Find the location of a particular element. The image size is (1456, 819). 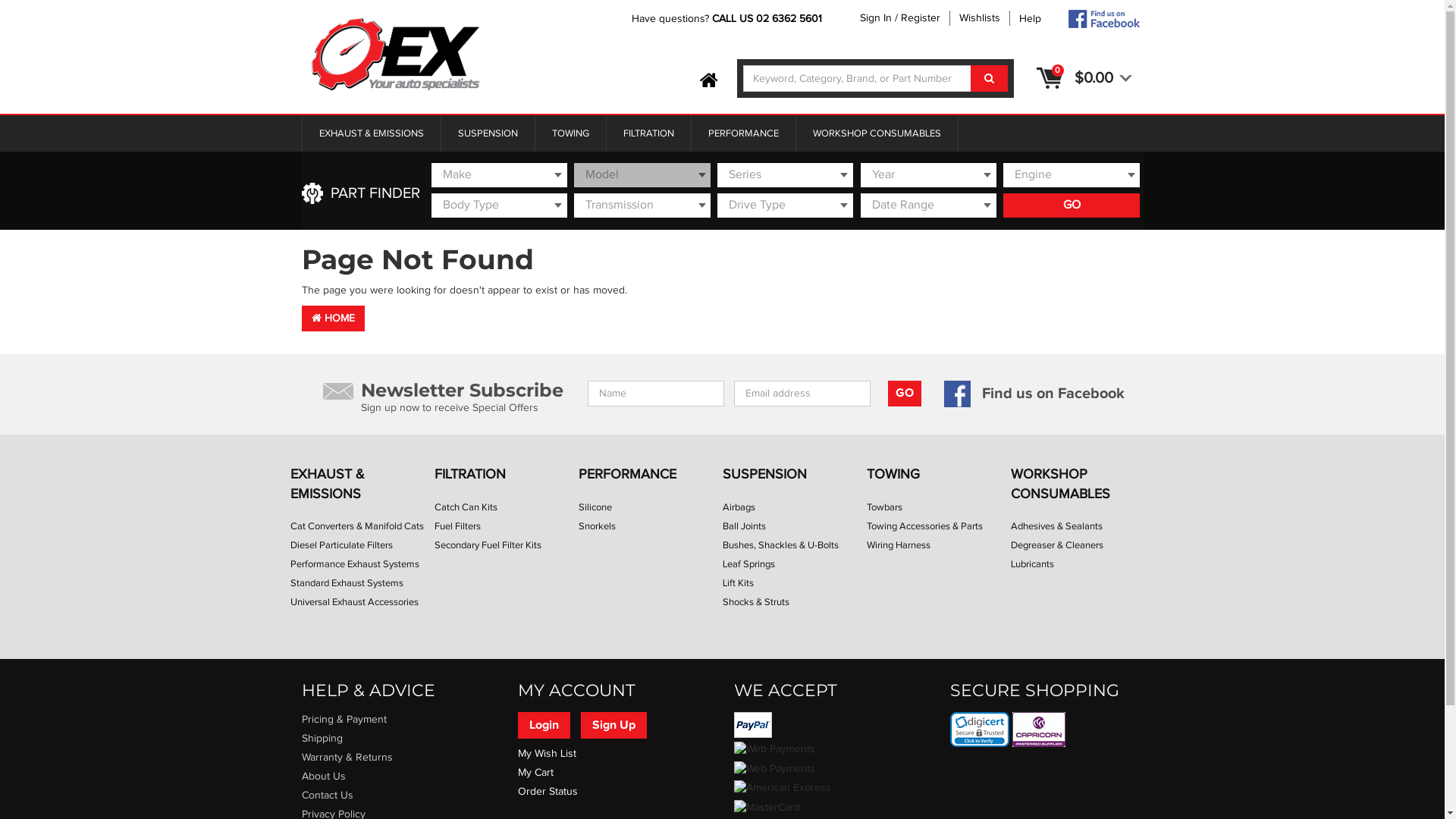

'Performance Exhaust Systems' is located at coordinates (290, 564).